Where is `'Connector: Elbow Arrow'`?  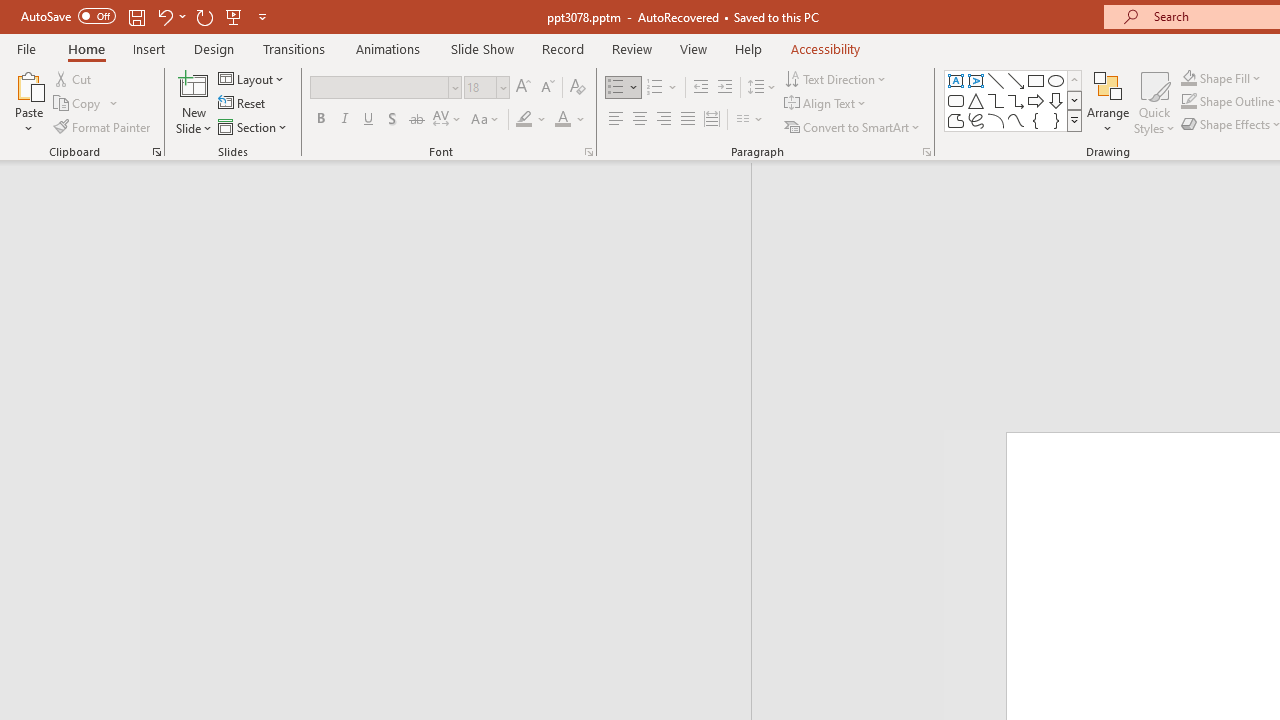
'Connector: Elbow Arrow' is located at coordinates (1016, 100).